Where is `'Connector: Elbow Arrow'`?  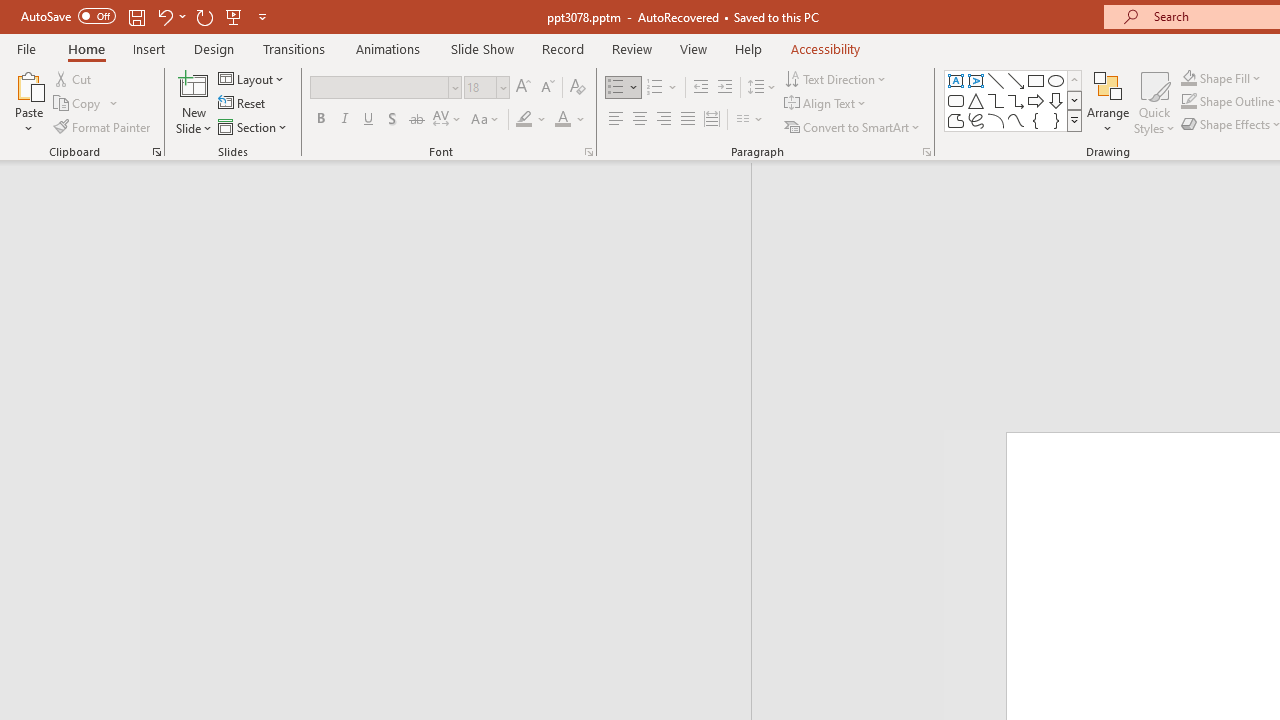
'Connector: Elbow Arrow' is located at coordinates (1016, 100).